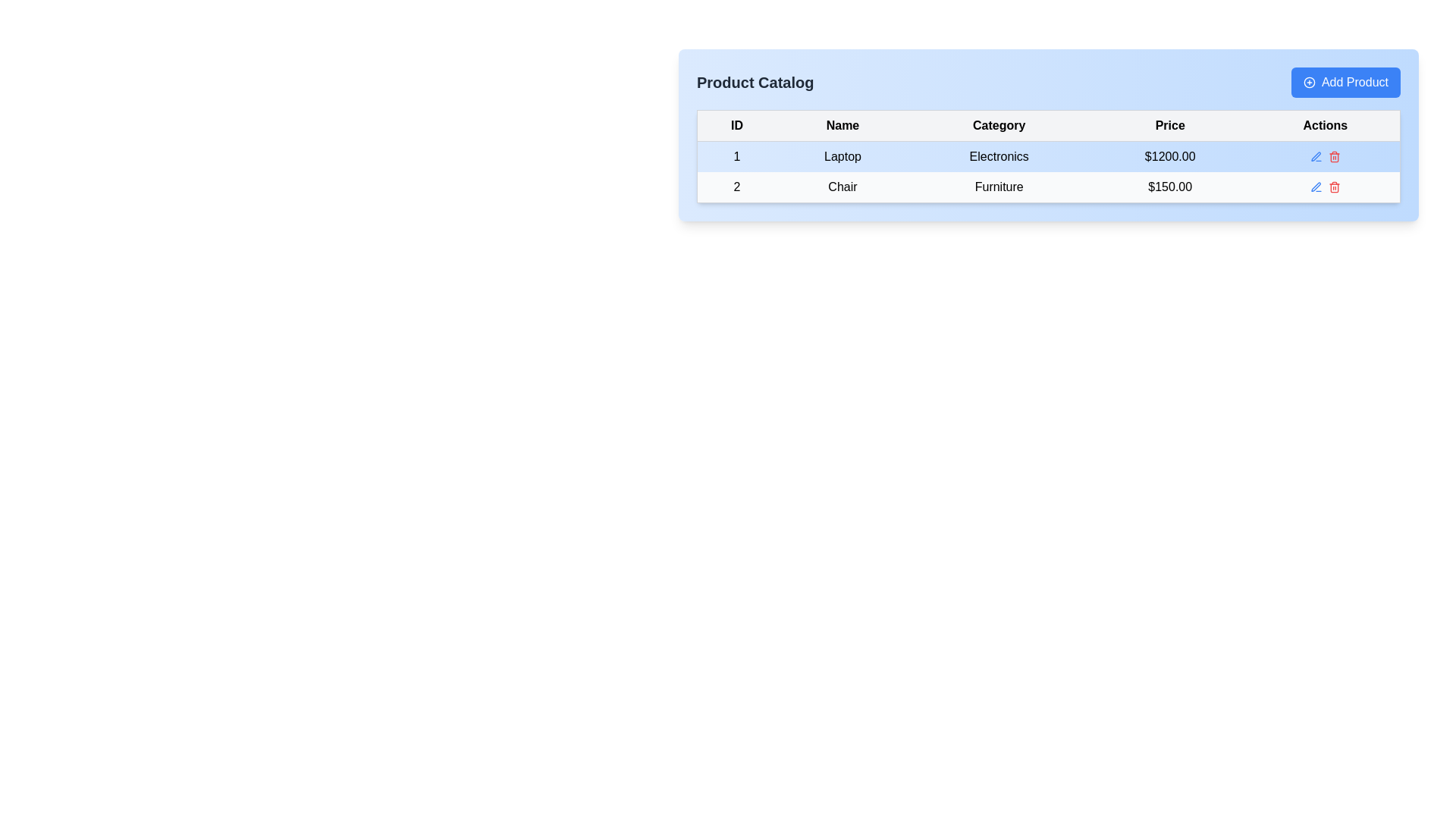  Describe the element at coordinates (999, 156) in the screenshot. I see `text content of the 'Category' element located in the first row of the table, which is positioned between 'Laptop' and '$1200.00'` at that location.